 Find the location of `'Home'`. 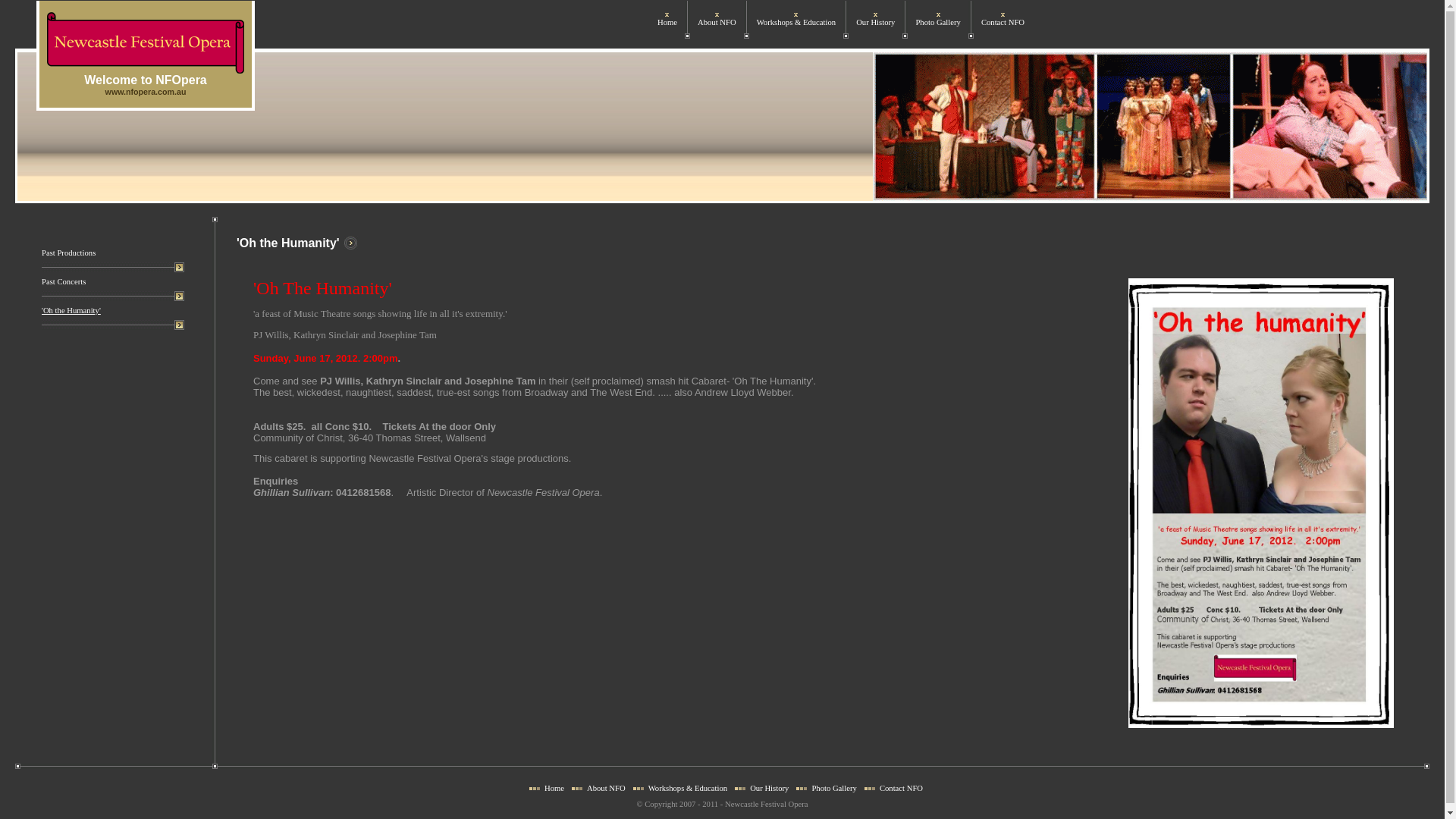

'Home' is located at coordinates (667, 23).